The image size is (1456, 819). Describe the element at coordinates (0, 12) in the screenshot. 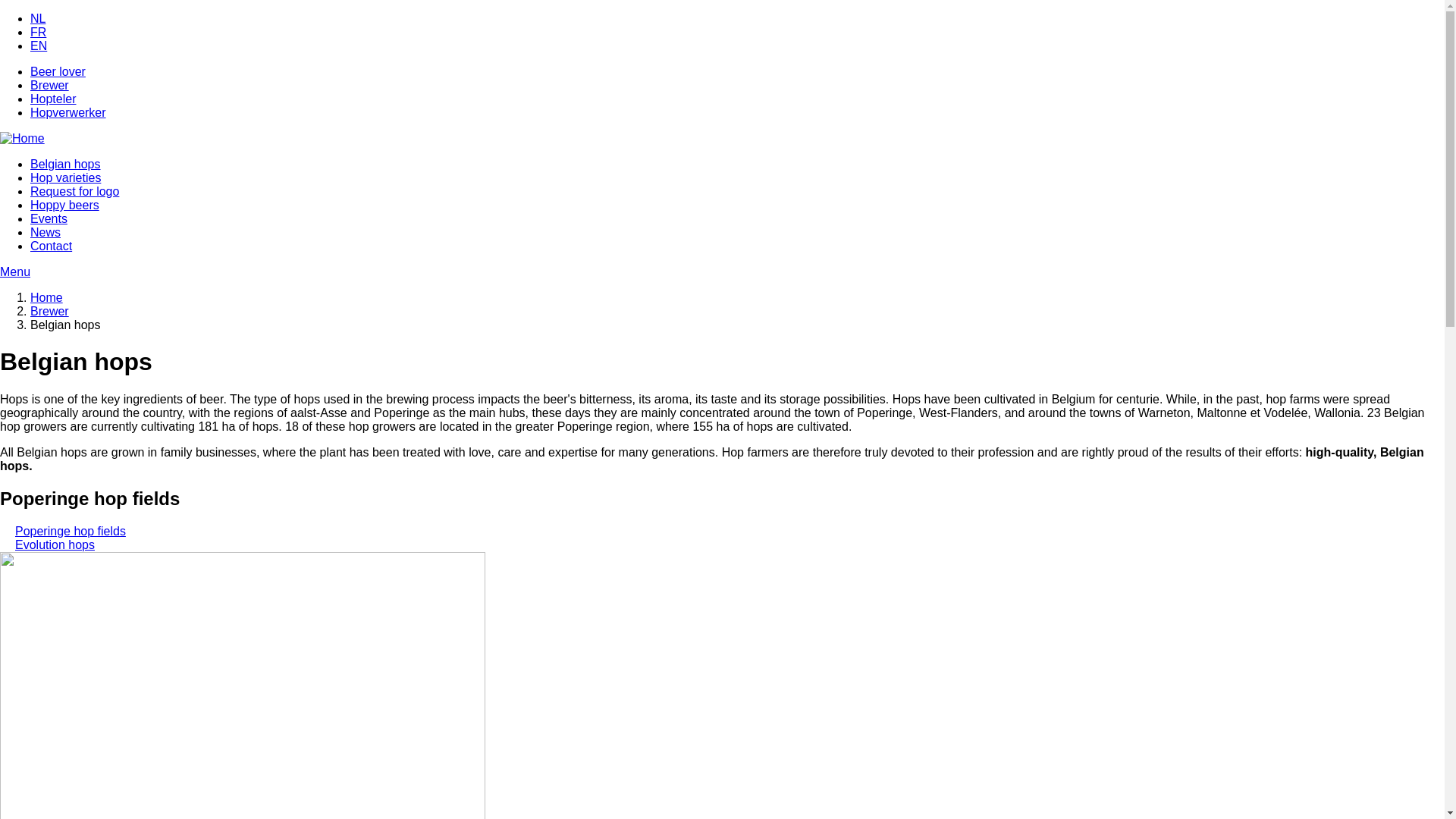

I see `'Skip to main content'` at that location.